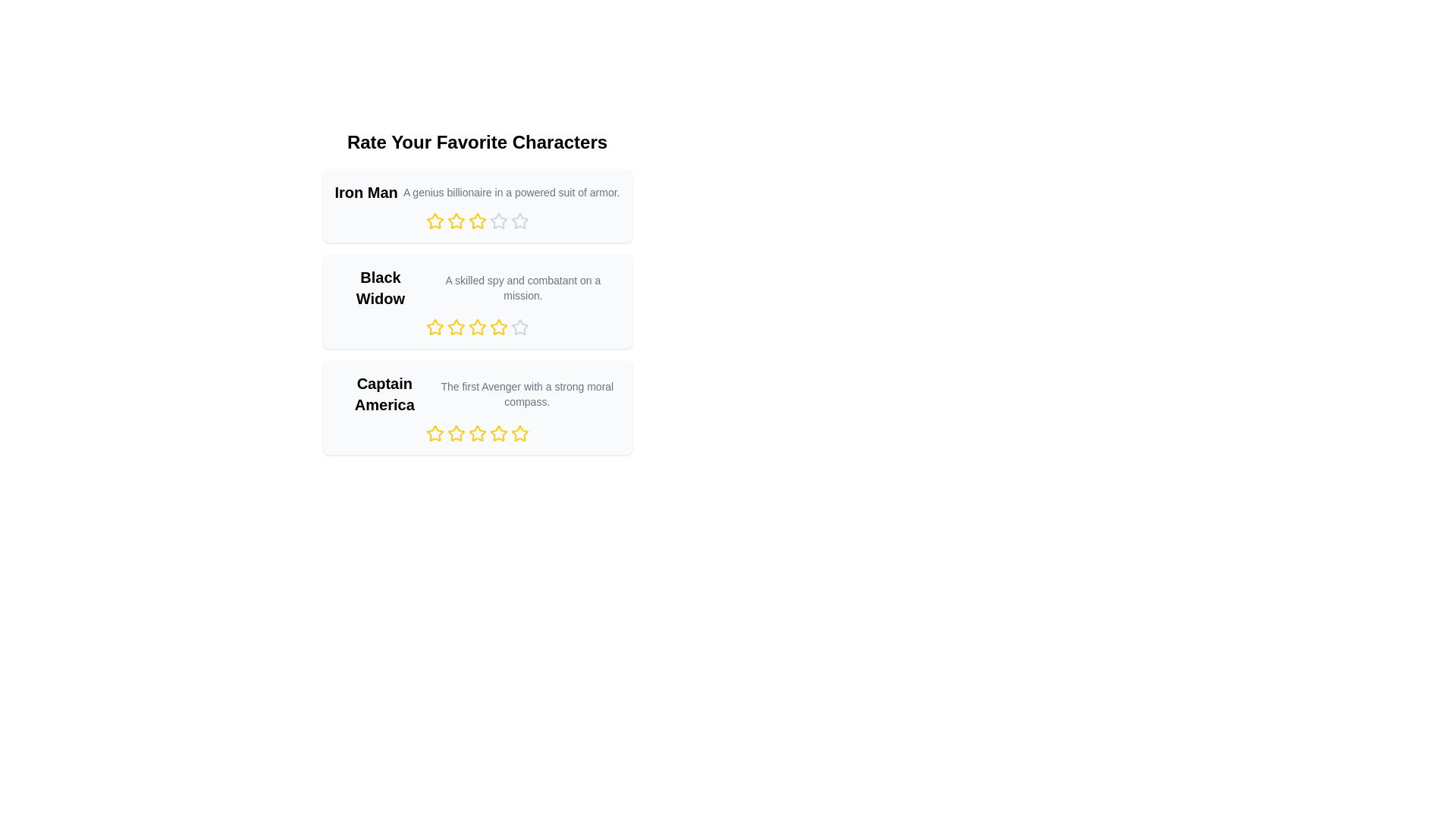  Describe the element at coordinates (498, 326) in the screenshot. I see `the current rating status by clicking the fourth yellow star-shaped icon with a hollow core in the rating system for 'Black Widow'` at that location.